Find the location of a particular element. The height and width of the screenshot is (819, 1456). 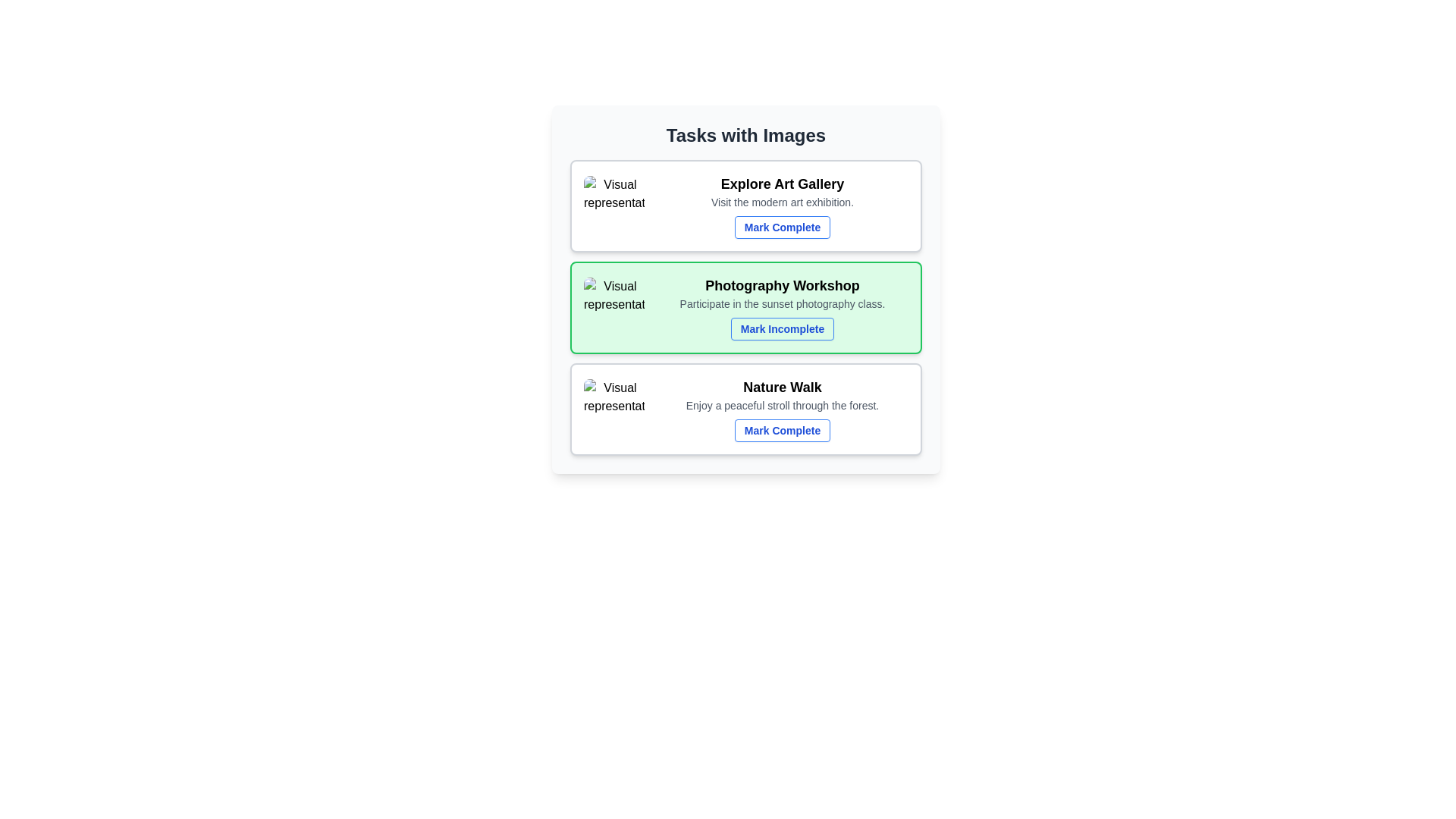

the 'Explore Art Gallery' button to toggle its completion status is located at coordinates (783, 227).